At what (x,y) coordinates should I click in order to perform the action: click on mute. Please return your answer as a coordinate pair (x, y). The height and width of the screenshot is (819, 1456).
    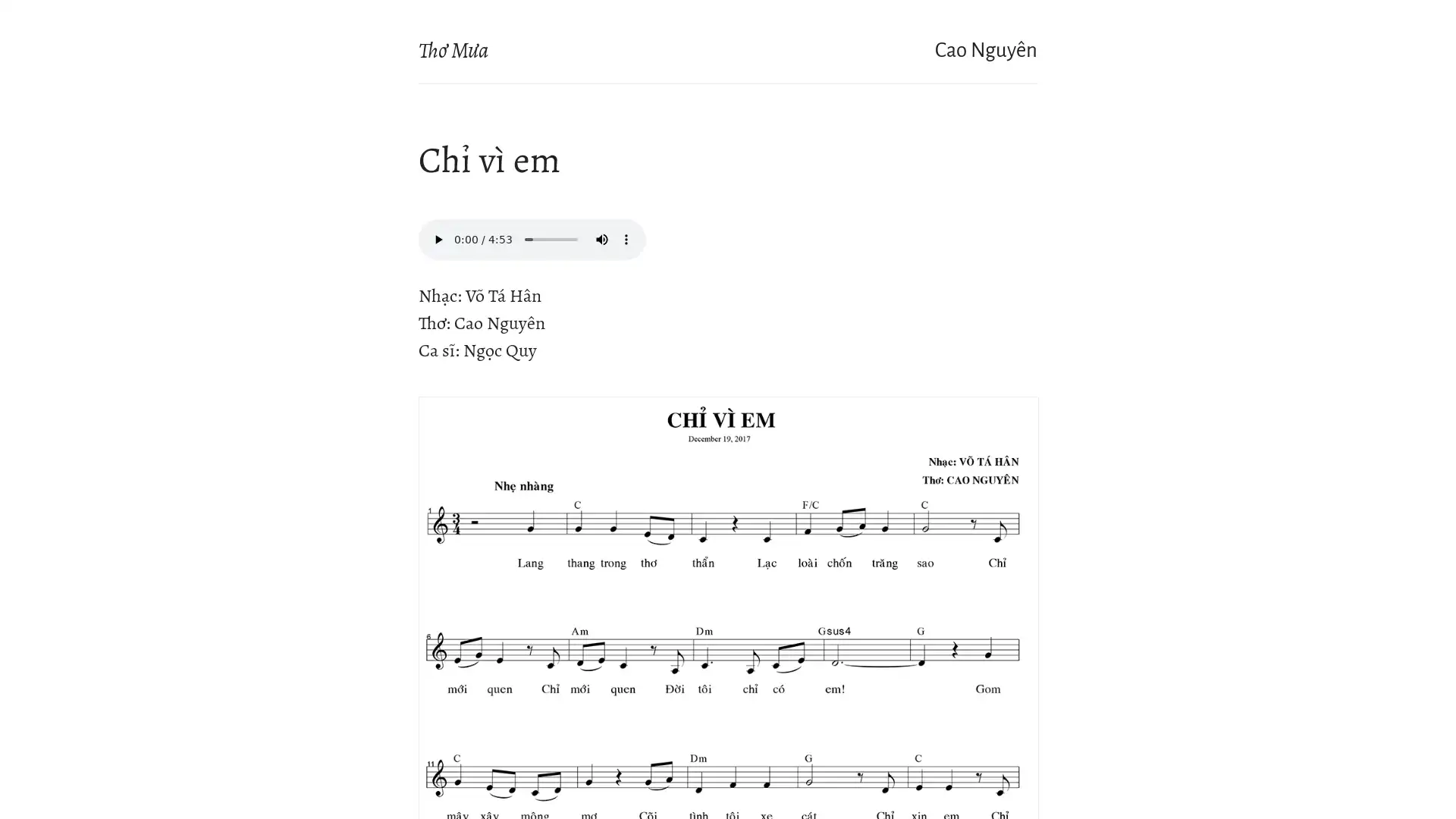
    Looking at the image, I should click on (601, 239).